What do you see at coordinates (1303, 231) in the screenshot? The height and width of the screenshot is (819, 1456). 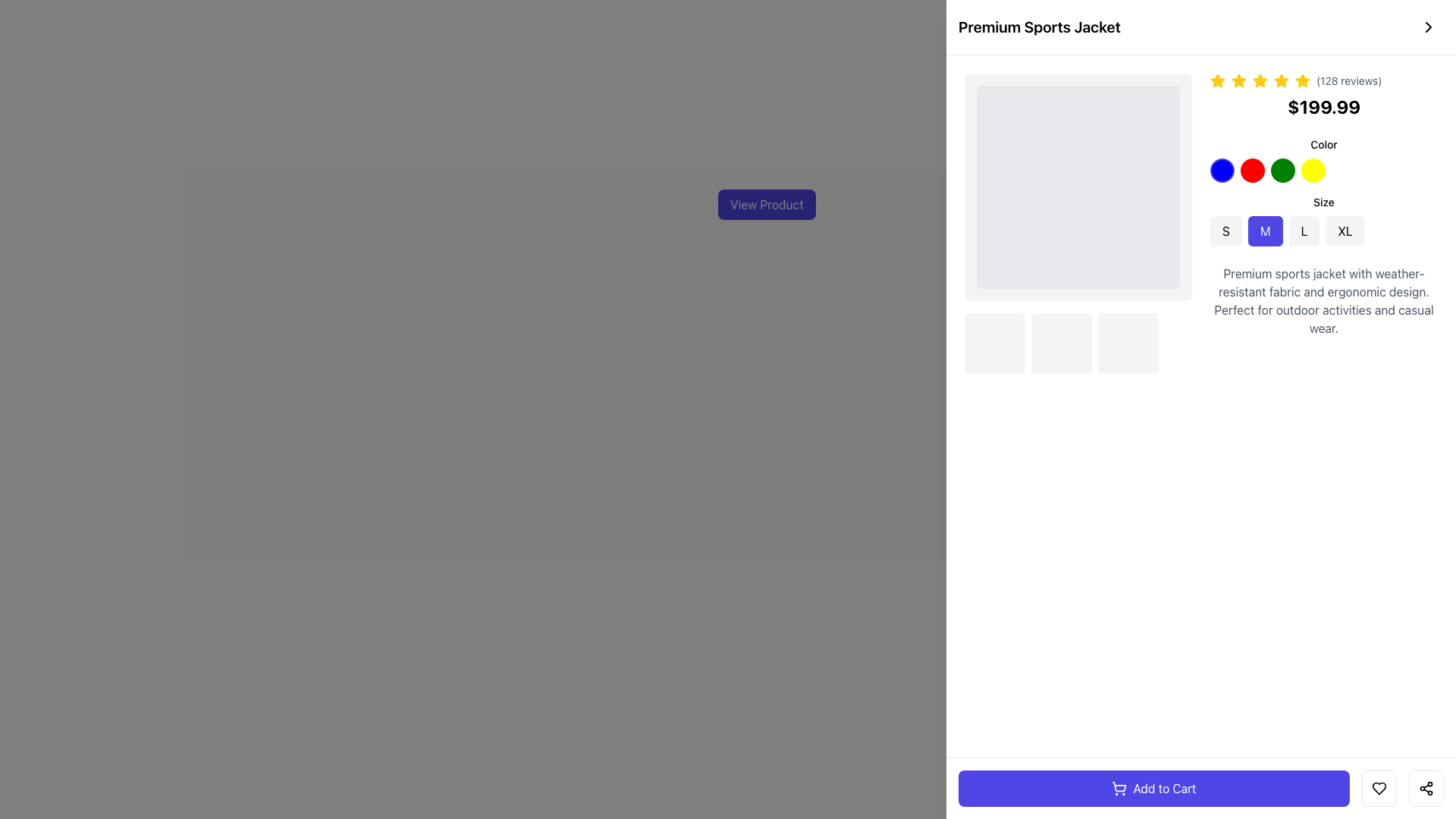 I see `the size selection button labeled 'L', which is a rectangular gray button located to the right of the product description section, positioned between the 'M' and 'XL' buttons` at bounding box center [1303, 231].